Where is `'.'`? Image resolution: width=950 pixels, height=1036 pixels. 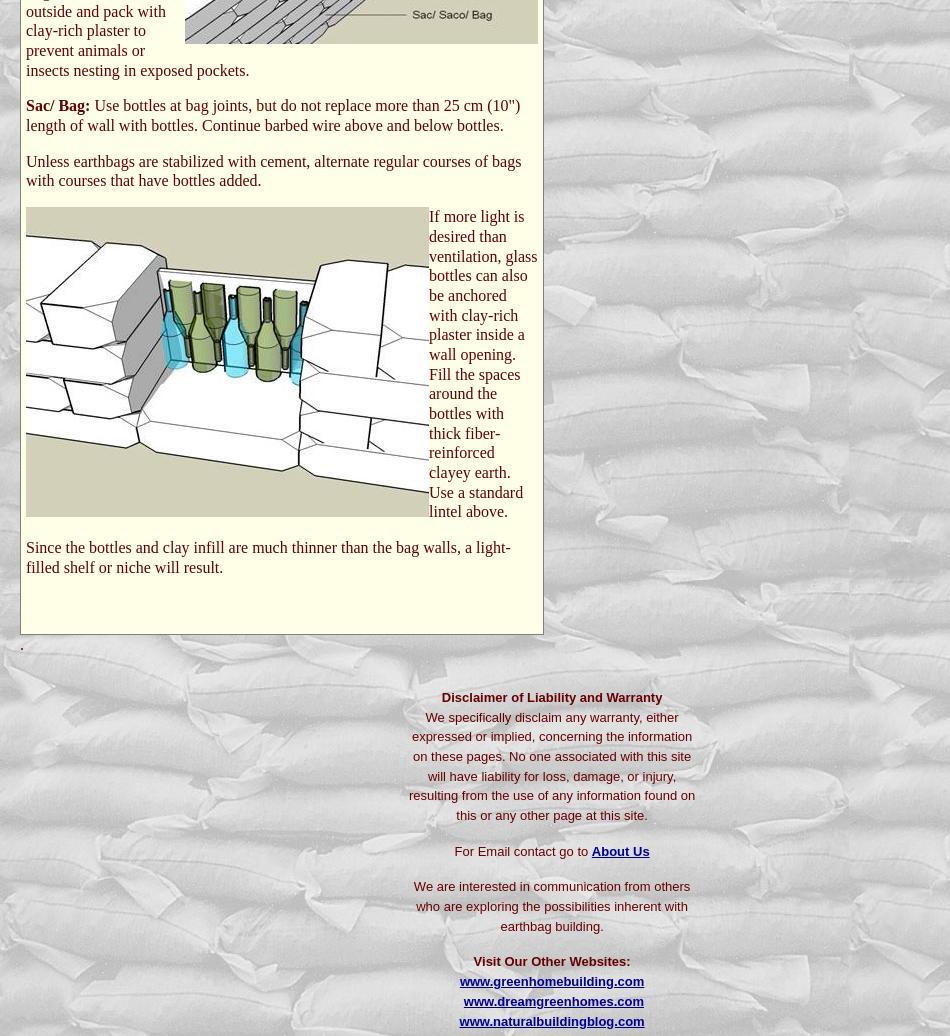 '.' is located at coordinates (22, 644).